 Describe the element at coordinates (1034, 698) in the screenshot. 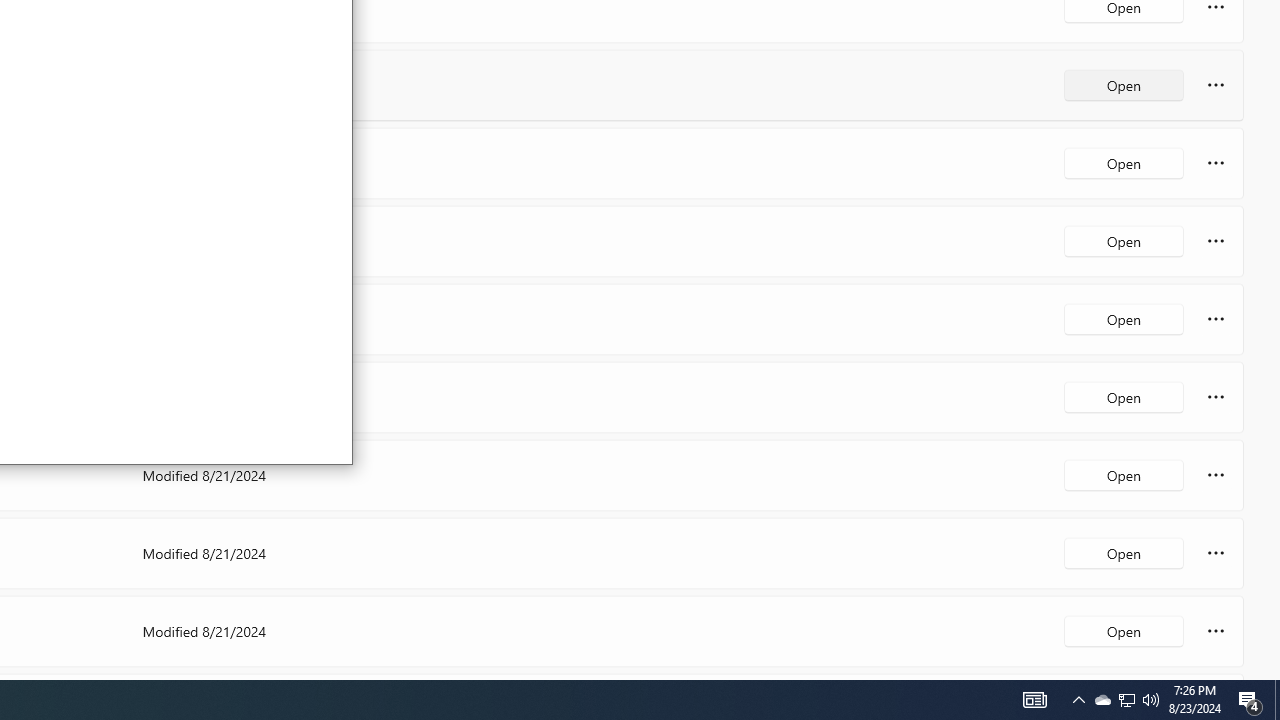

I see `'Notification Chevron'` at that location.